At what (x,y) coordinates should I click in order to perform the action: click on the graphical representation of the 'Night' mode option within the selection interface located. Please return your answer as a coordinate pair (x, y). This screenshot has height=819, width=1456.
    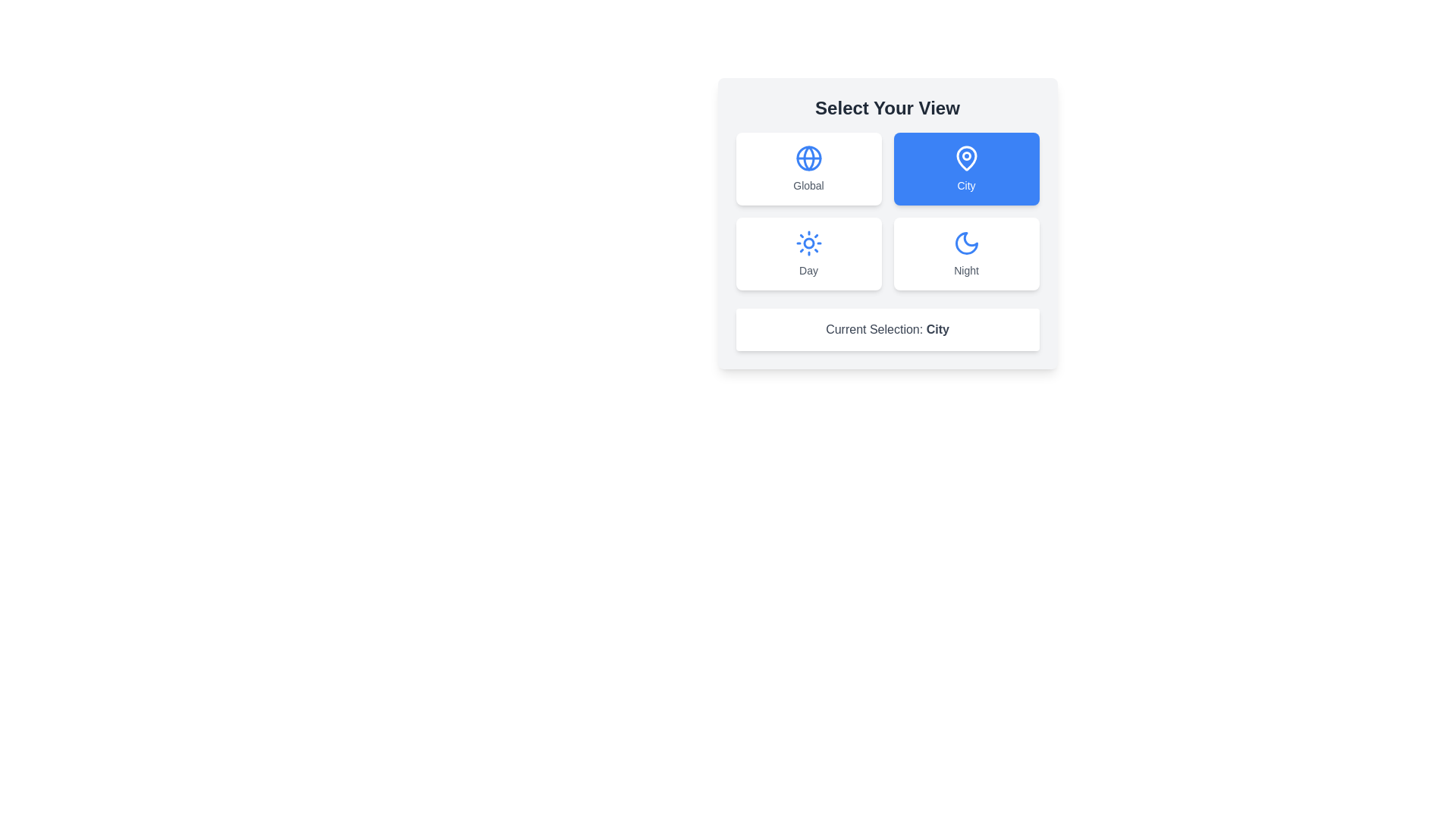
    Looking at the image, I should click on (965, 242).